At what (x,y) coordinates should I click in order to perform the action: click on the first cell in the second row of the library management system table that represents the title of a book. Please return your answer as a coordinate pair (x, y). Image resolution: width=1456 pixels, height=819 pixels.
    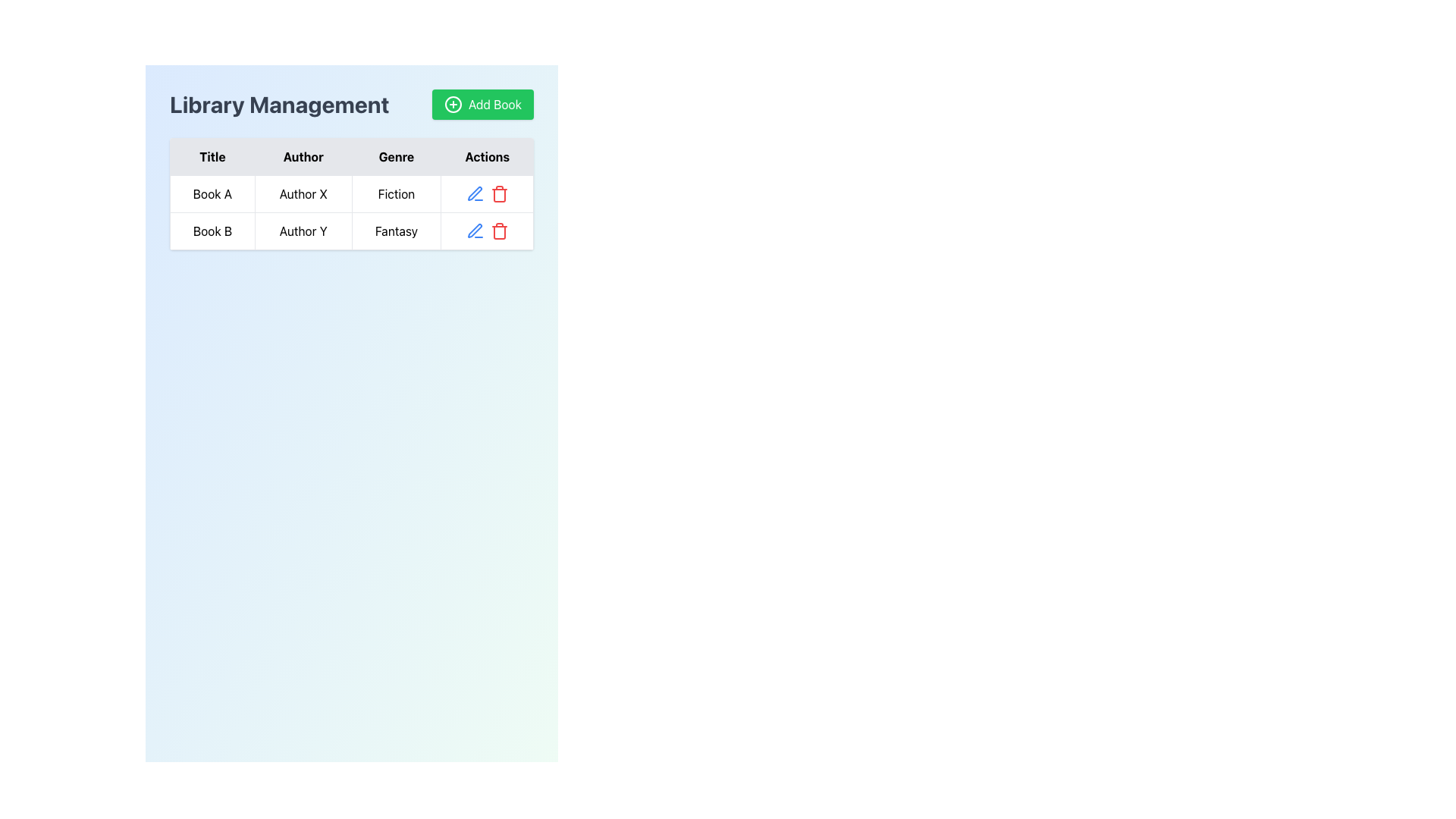
    Looking at the image, I should click on (212, 231).